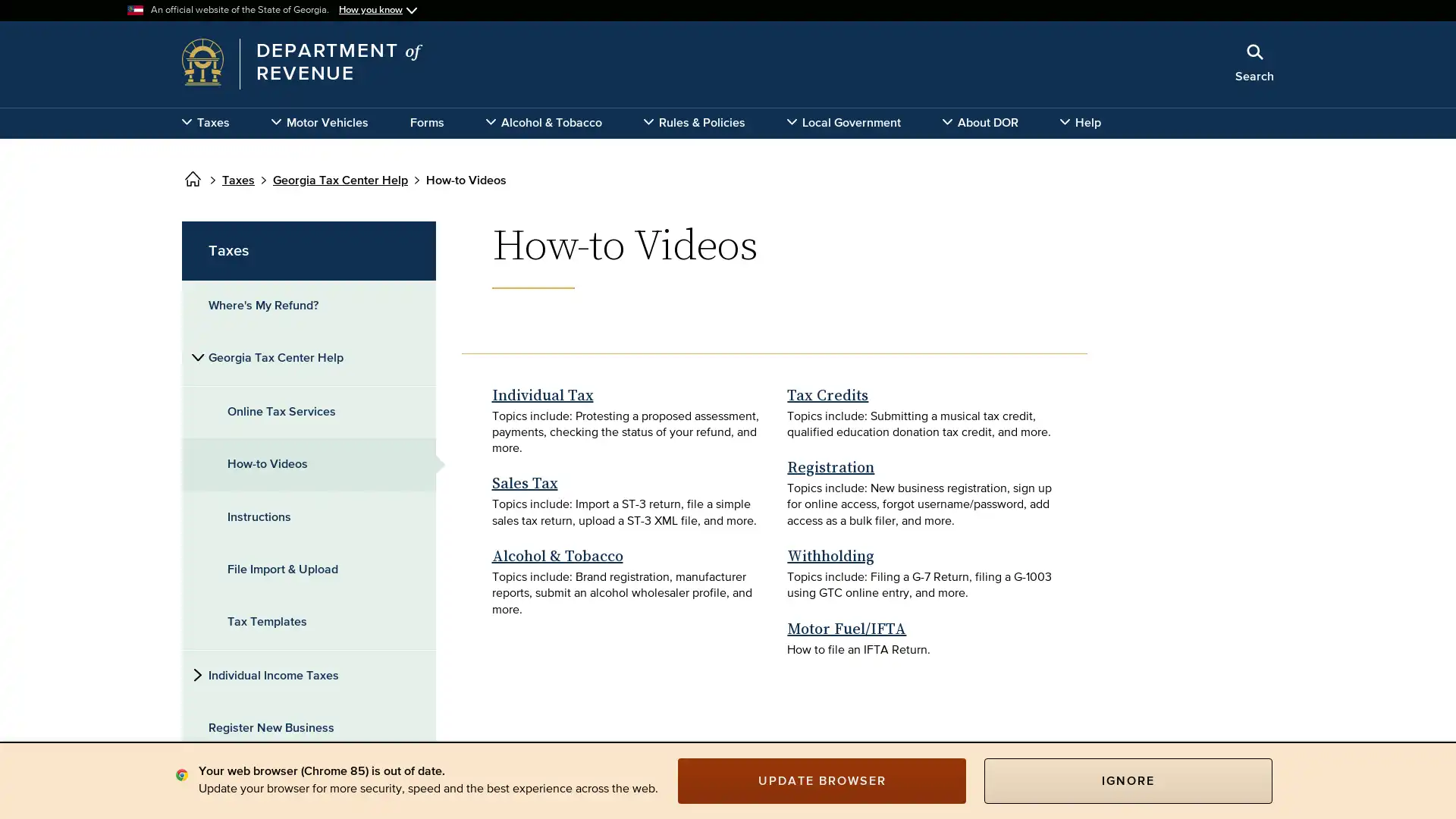 The height and width of the screenshot is (819, 1456). Describe the element at coordinates (1257, 47) in the screenshot. I see `Close` at that location.